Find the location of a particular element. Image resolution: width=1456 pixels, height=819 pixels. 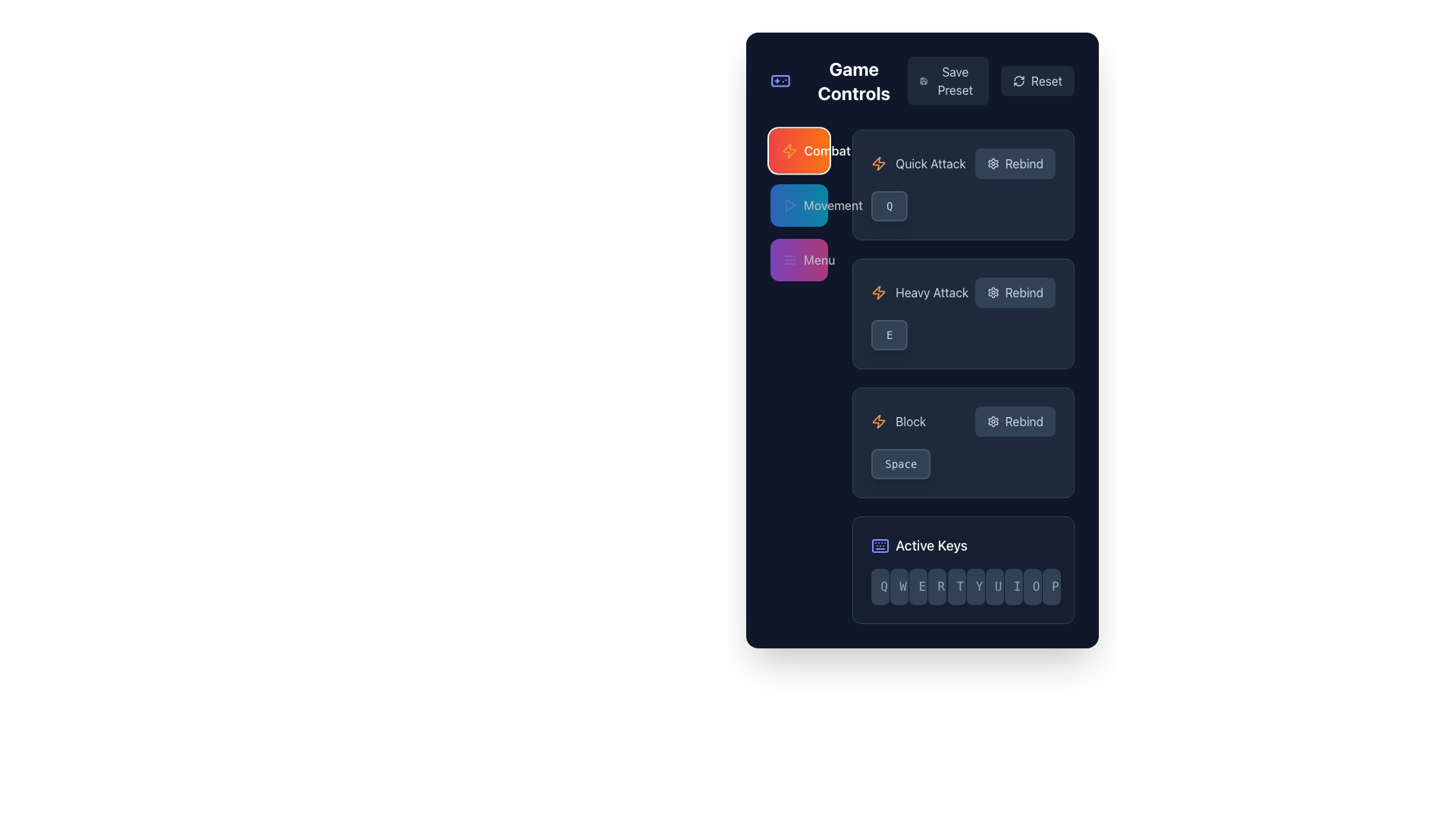

the static text label displaying 'Game Controls', which is styled with bold, white text and located in the top-left quadrant of the interface is located at coordinates (854, 81).